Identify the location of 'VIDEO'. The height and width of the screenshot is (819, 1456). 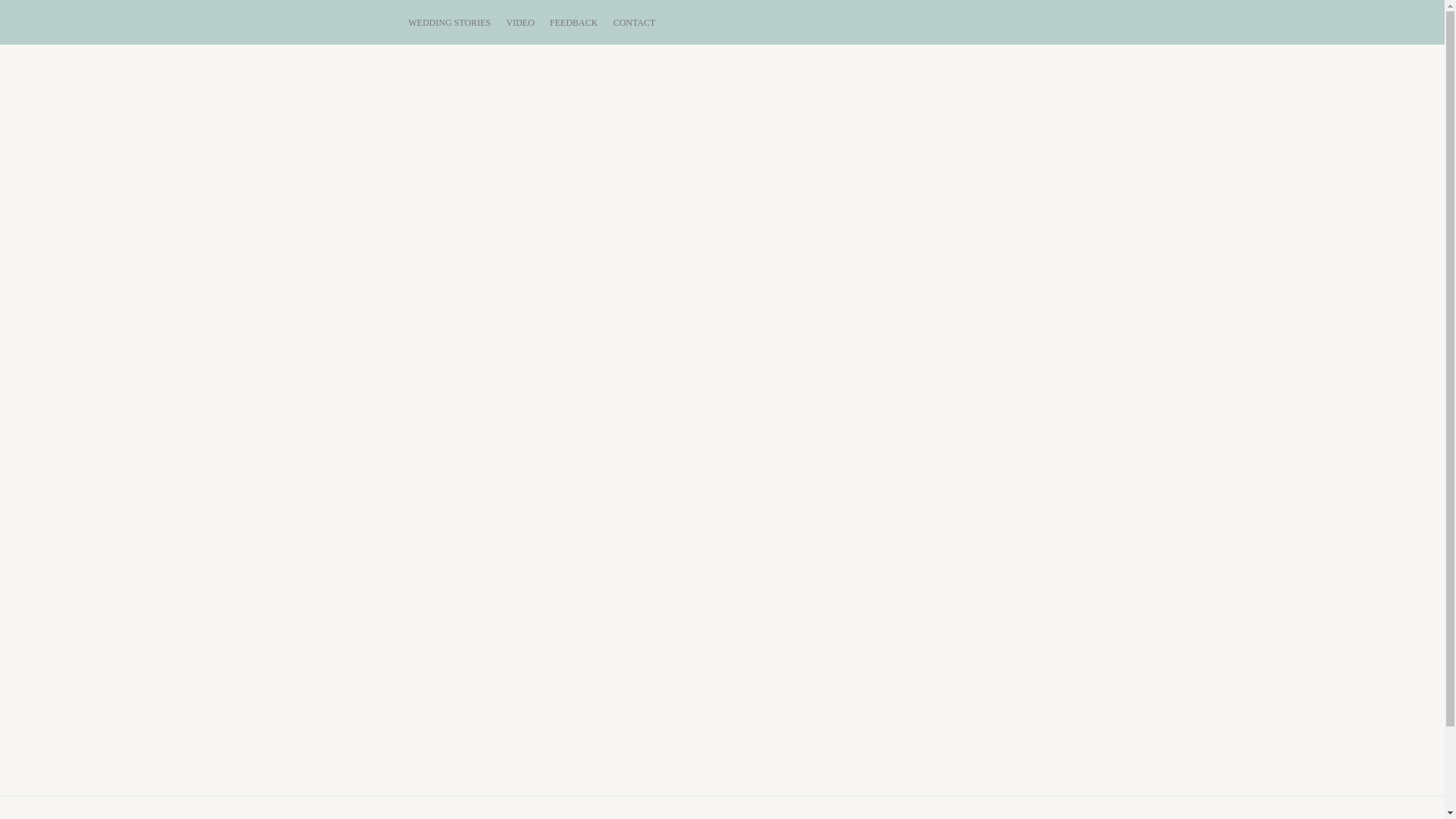
(520, 23).